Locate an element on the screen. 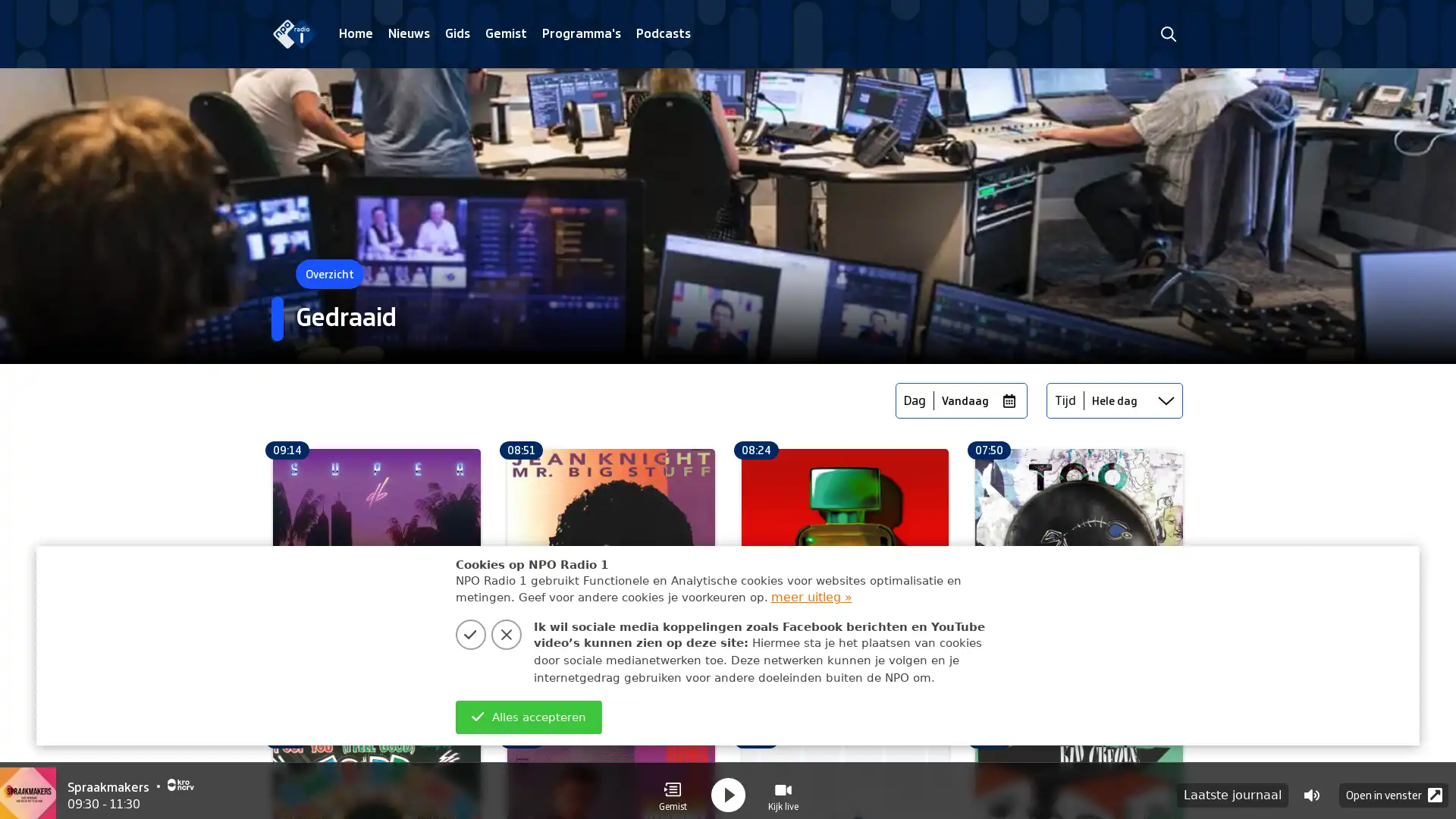 Image resolution: width=1456 pixels, height=819 pixels. zoeken is located at coordinates (1167, 33).